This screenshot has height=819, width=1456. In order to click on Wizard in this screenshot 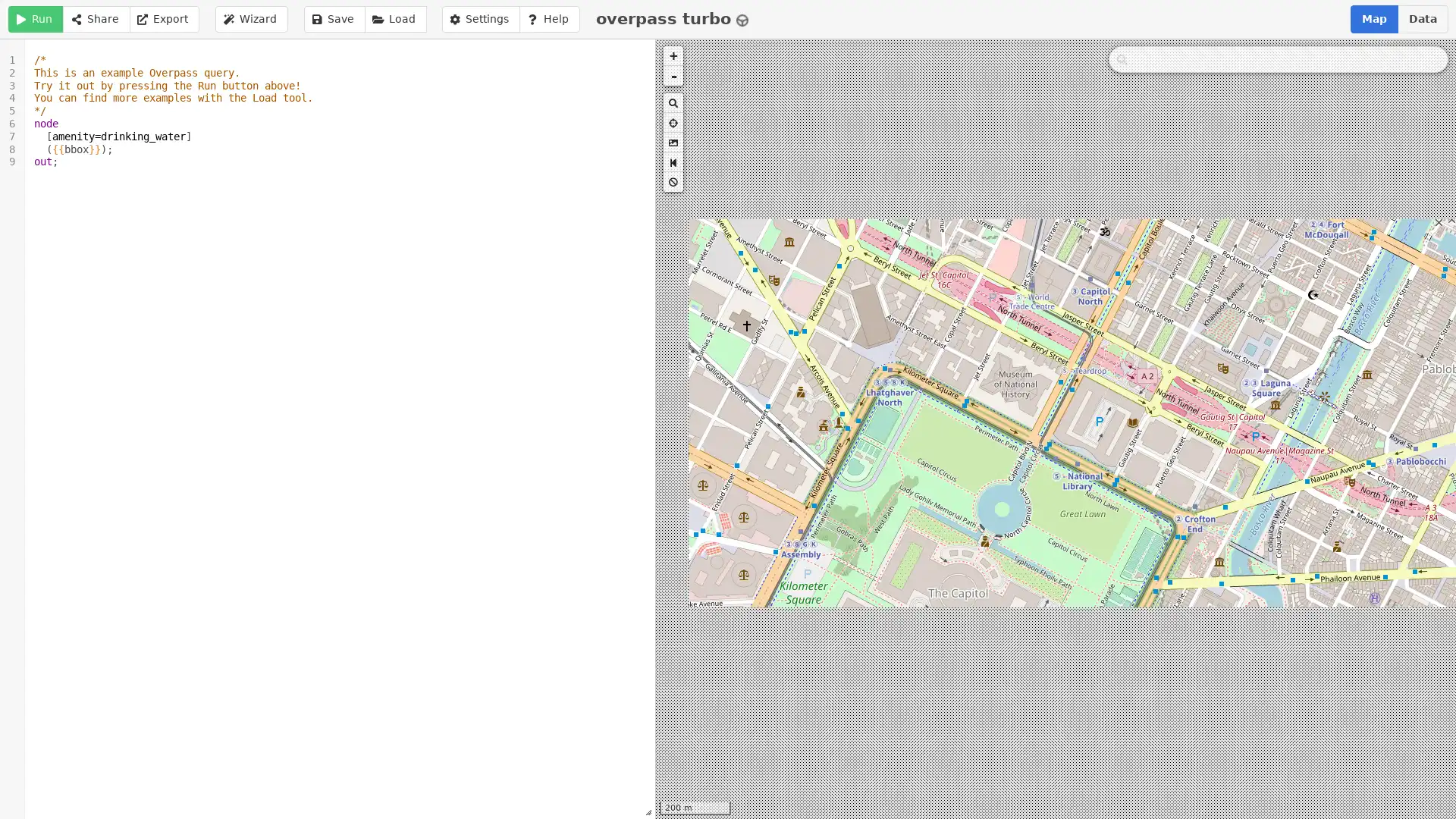, I will do `click(251, 19)`.